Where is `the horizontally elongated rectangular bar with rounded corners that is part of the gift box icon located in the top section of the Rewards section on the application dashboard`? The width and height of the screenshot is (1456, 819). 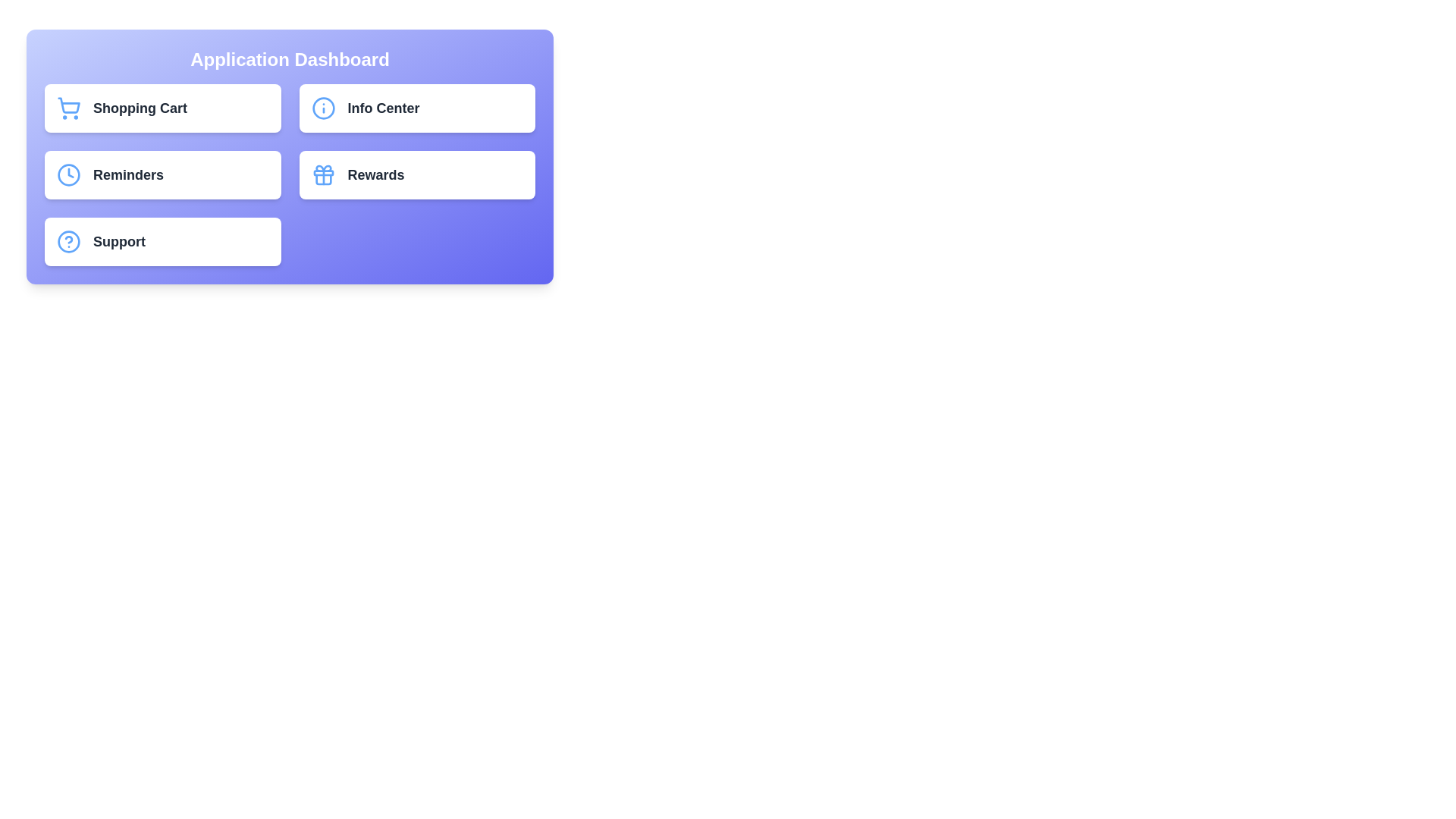
the horizontally elongated rectangular bar with rounded corners that is part of the gift box icon located in the top section of the Rewards section on the application dashboard is located at coordinates (322, 172).